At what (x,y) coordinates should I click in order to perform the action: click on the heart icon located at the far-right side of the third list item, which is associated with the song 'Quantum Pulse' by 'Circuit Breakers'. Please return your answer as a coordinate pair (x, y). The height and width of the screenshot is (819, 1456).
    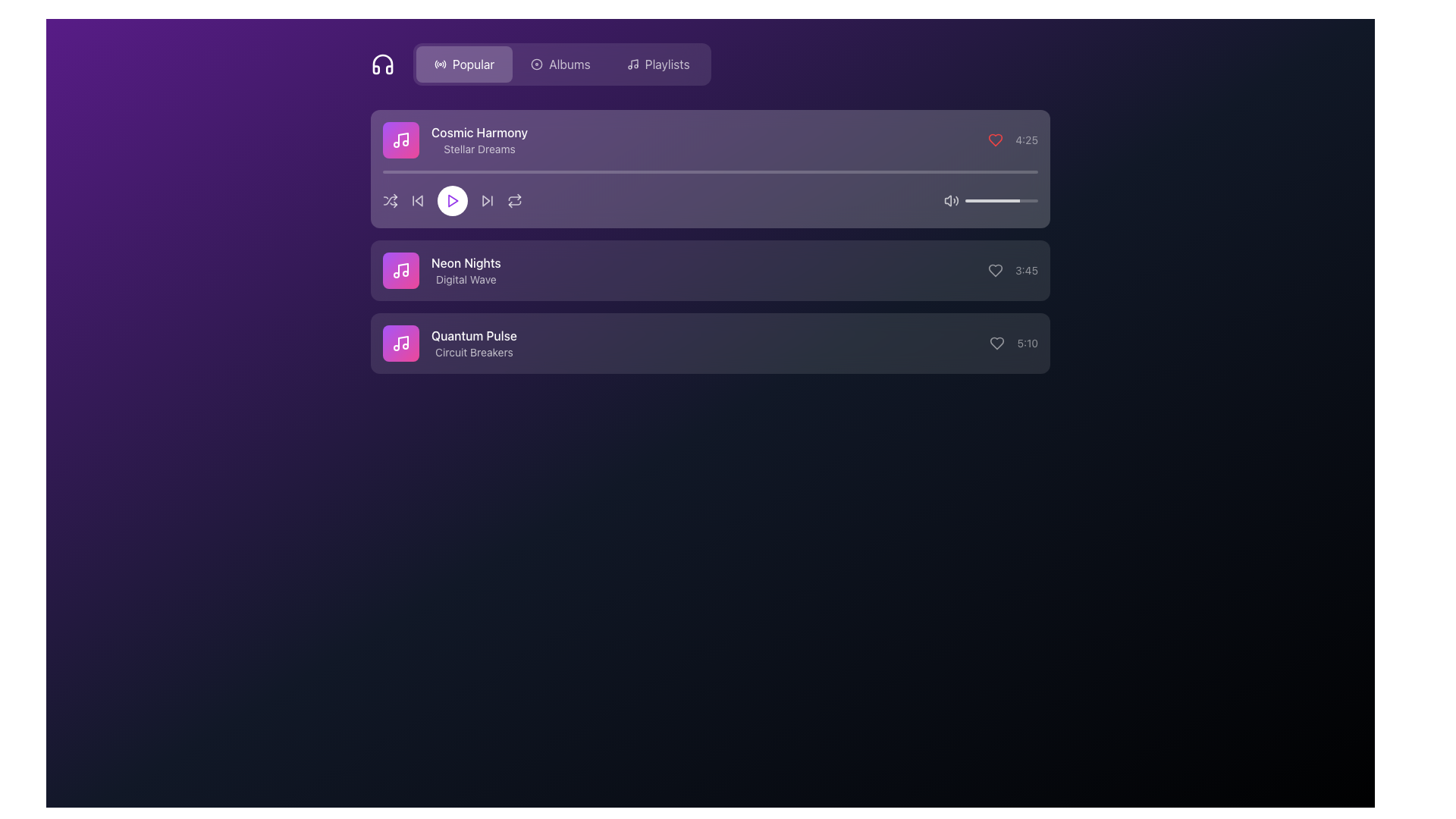
    Looking at the image, I should click on (1014, 343).